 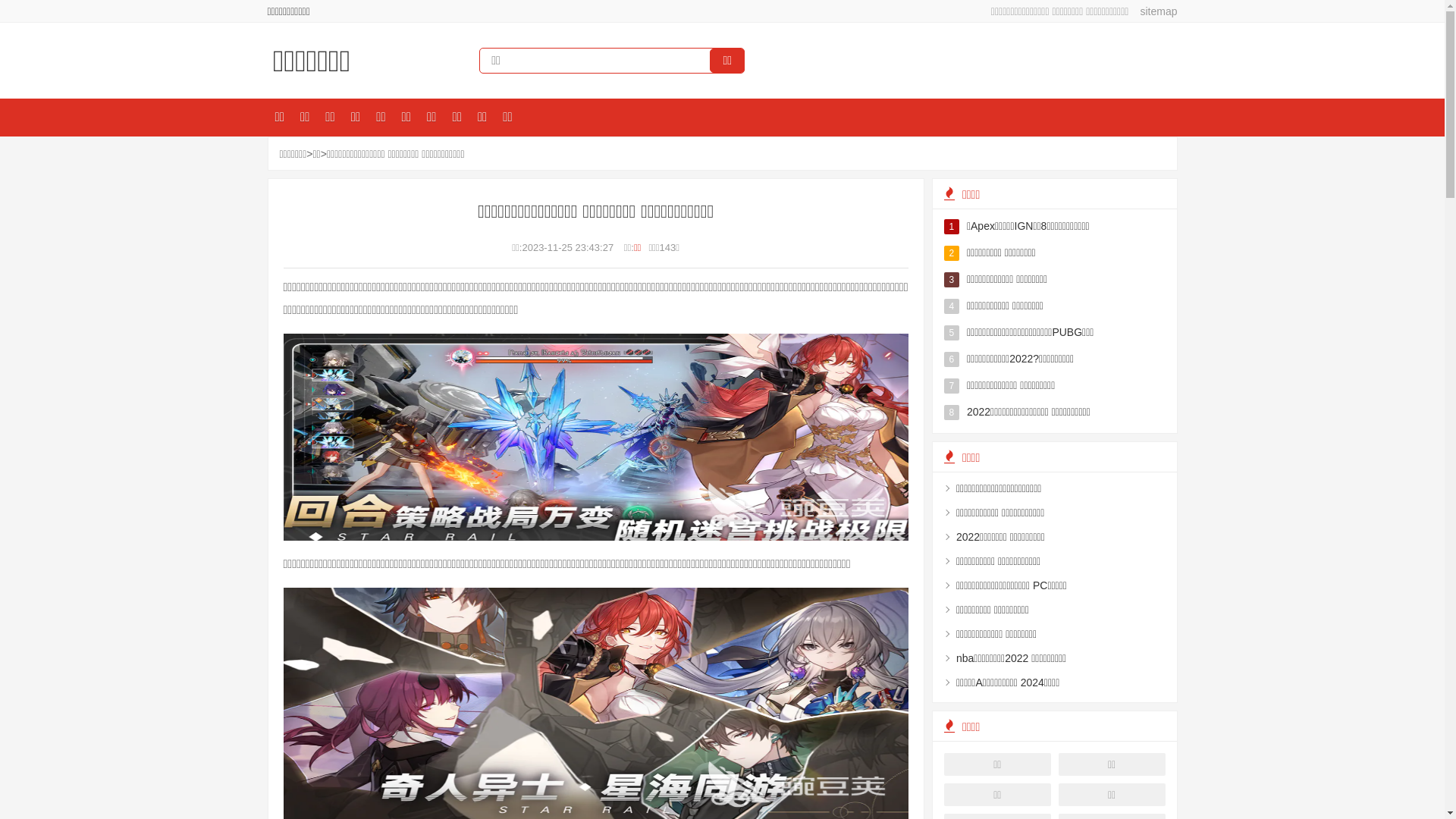 What do you see at coordinates (1153, 11) in the screenshot?
I see `'sitemap'` at bounding box center [1153, 11].